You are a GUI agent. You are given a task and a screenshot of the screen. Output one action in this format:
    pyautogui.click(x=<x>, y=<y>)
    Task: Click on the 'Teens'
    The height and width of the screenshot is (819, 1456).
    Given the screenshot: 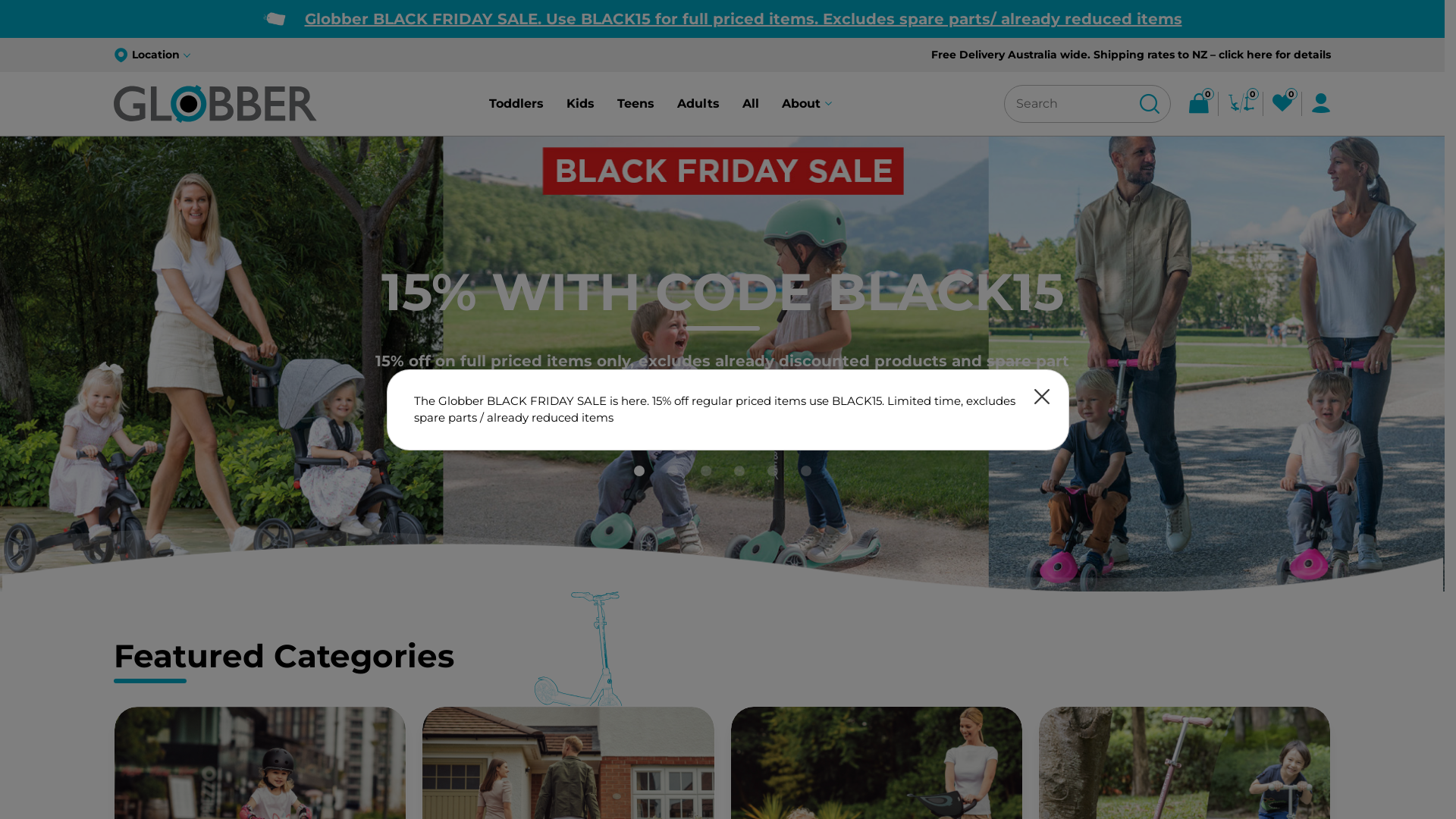 What is the action you would take?
    pyautogui.click(x=617, y=103)
    